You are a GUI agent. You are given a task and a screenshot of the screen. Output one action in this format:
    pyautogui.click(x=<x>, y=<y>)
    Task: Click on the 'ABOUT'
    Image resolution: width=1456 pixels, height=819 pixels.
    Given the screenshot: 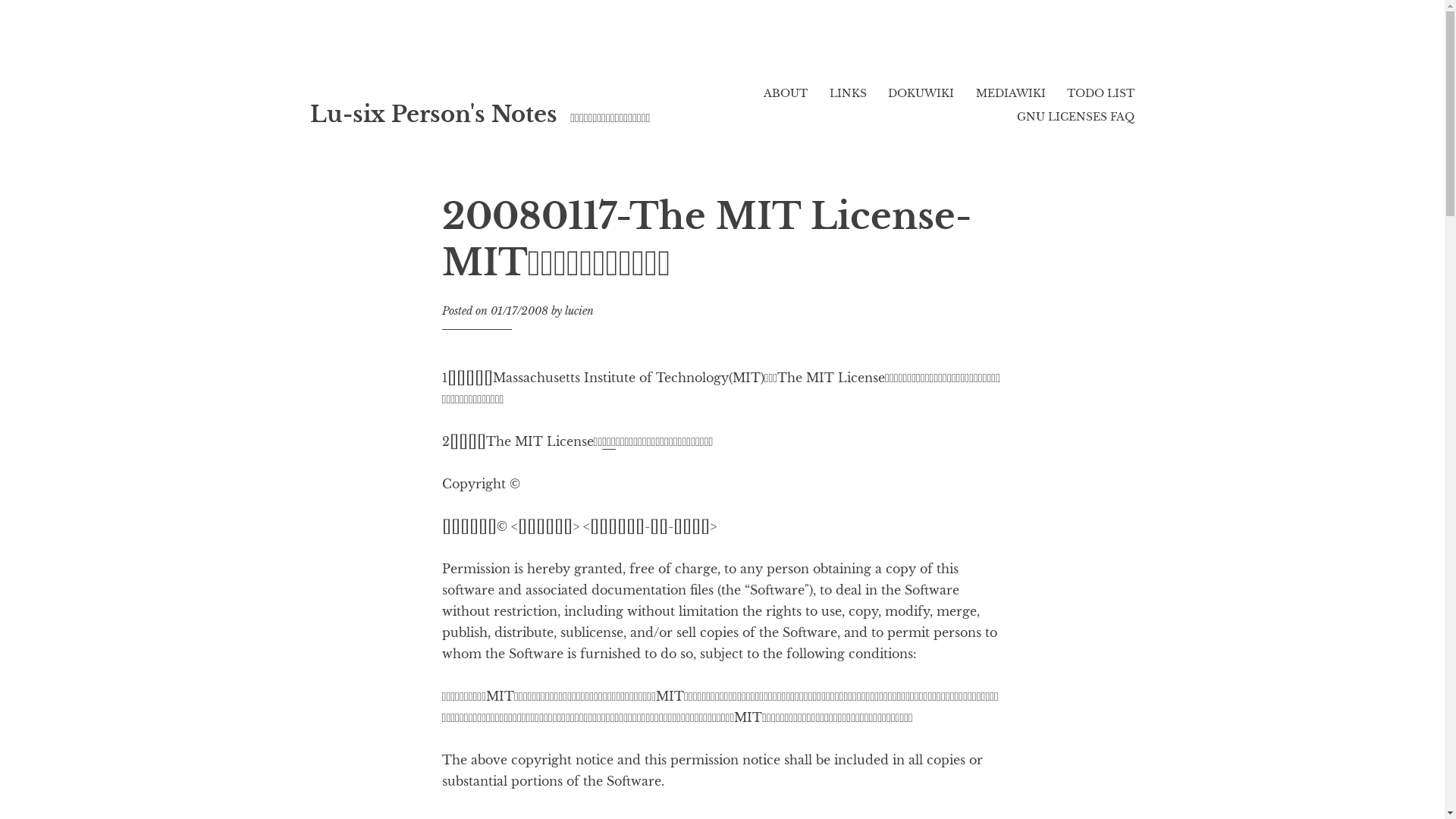 What is the action you would take?
    pyautogui.click(x=764, y=93)
    